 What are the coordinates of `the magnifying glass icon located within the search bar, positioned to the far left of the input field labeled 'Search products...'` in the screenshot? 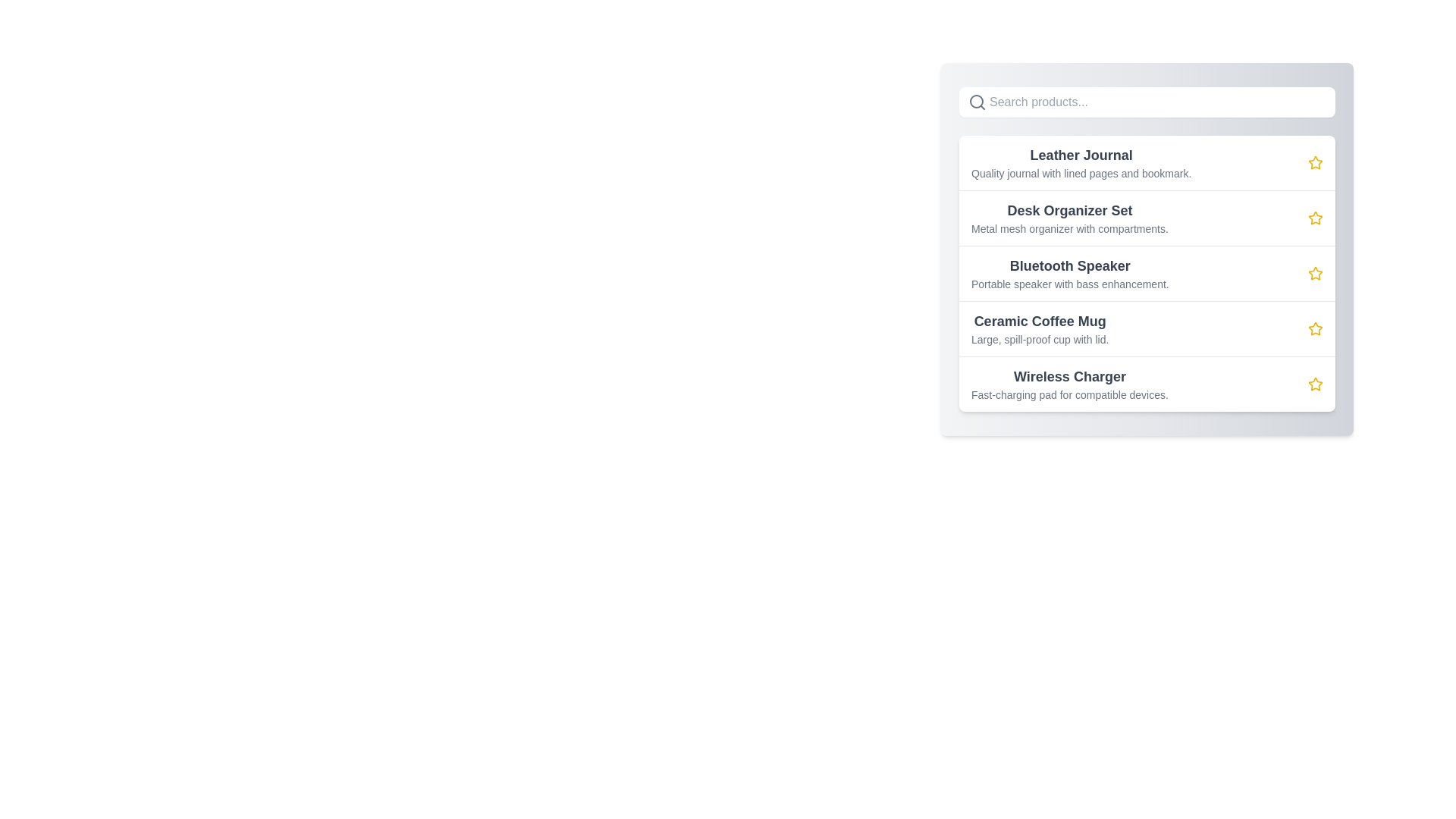 It's located at (977, 102).